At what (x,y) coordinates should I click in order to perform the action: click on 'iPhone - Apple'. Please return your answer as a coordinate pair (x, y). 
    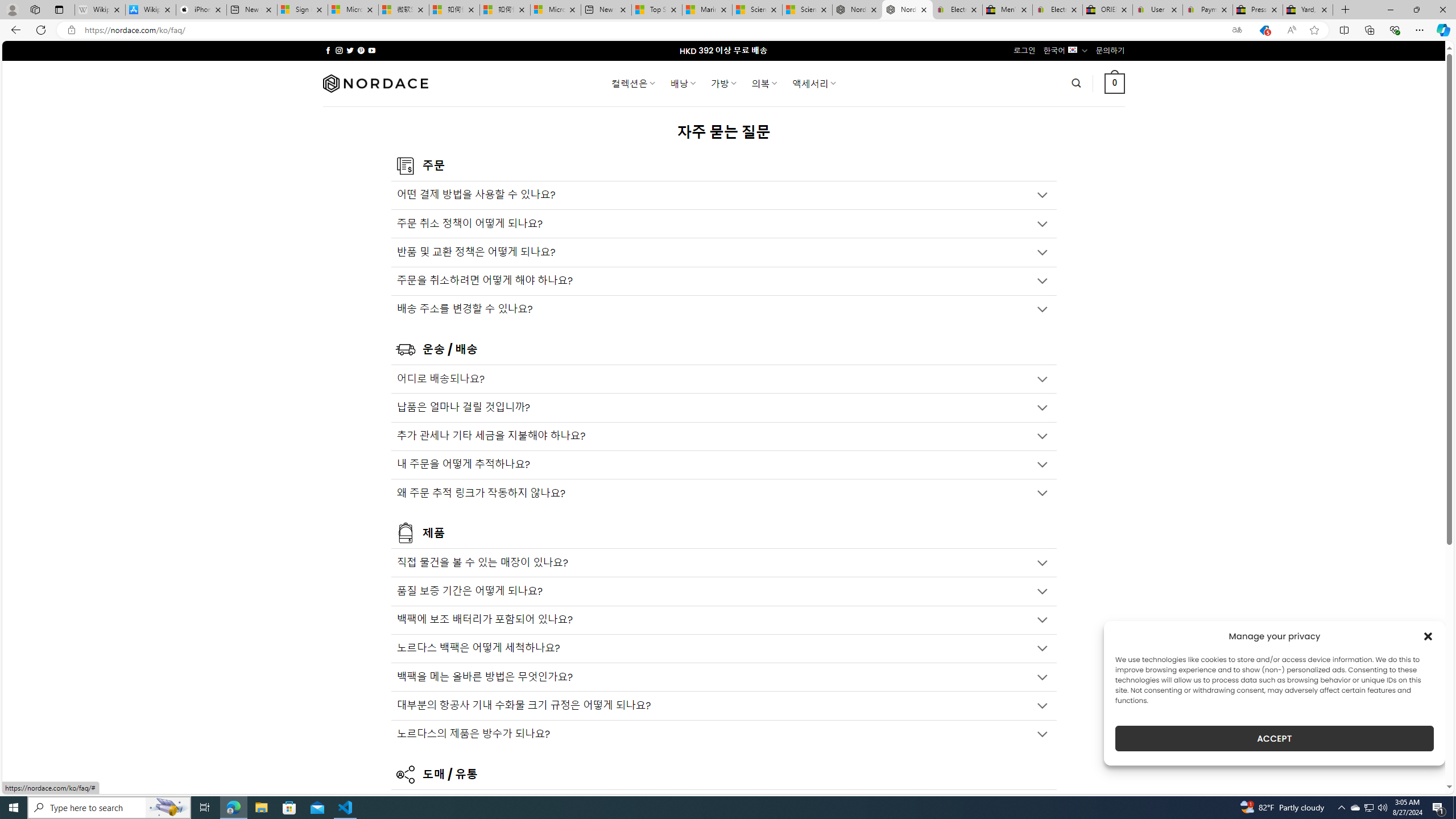
    Looking at the image, I should click on (201, 9).